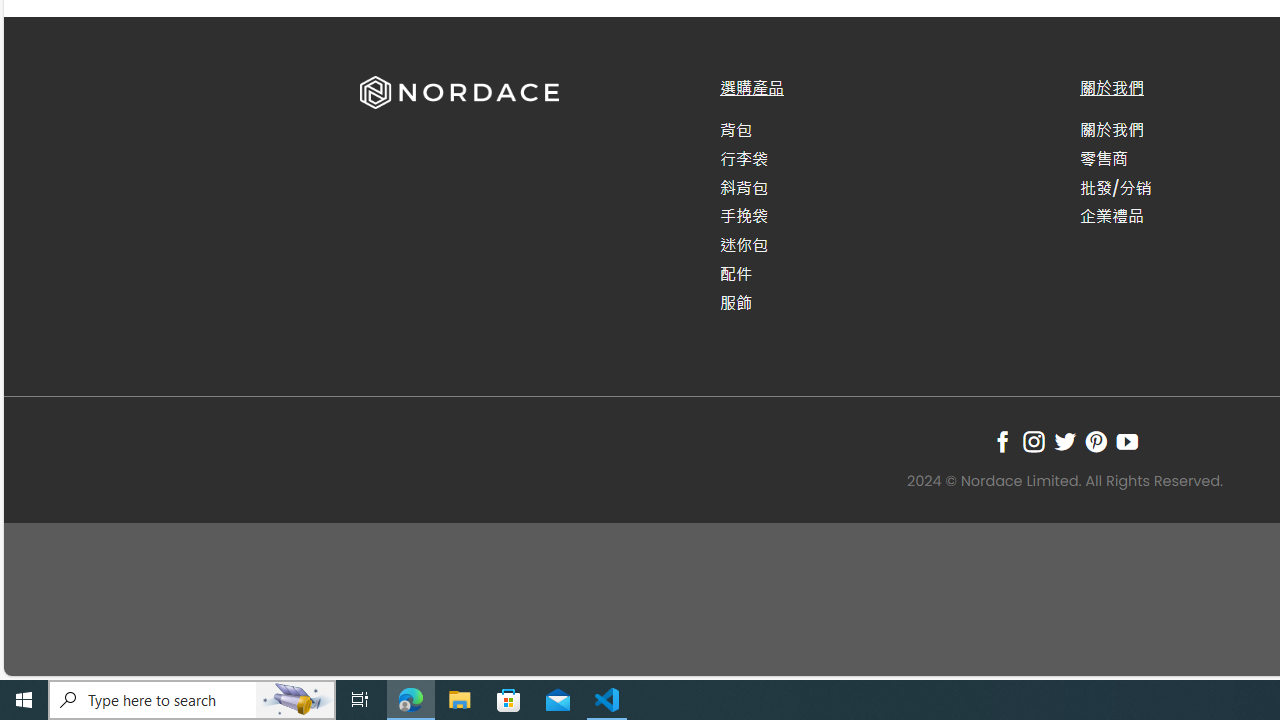 The height and width of the screenshot is (720, 1280). Describe the element at coordinates (1002, 440) in the screenshot. I see `'Follow on Facebook'` at that location.